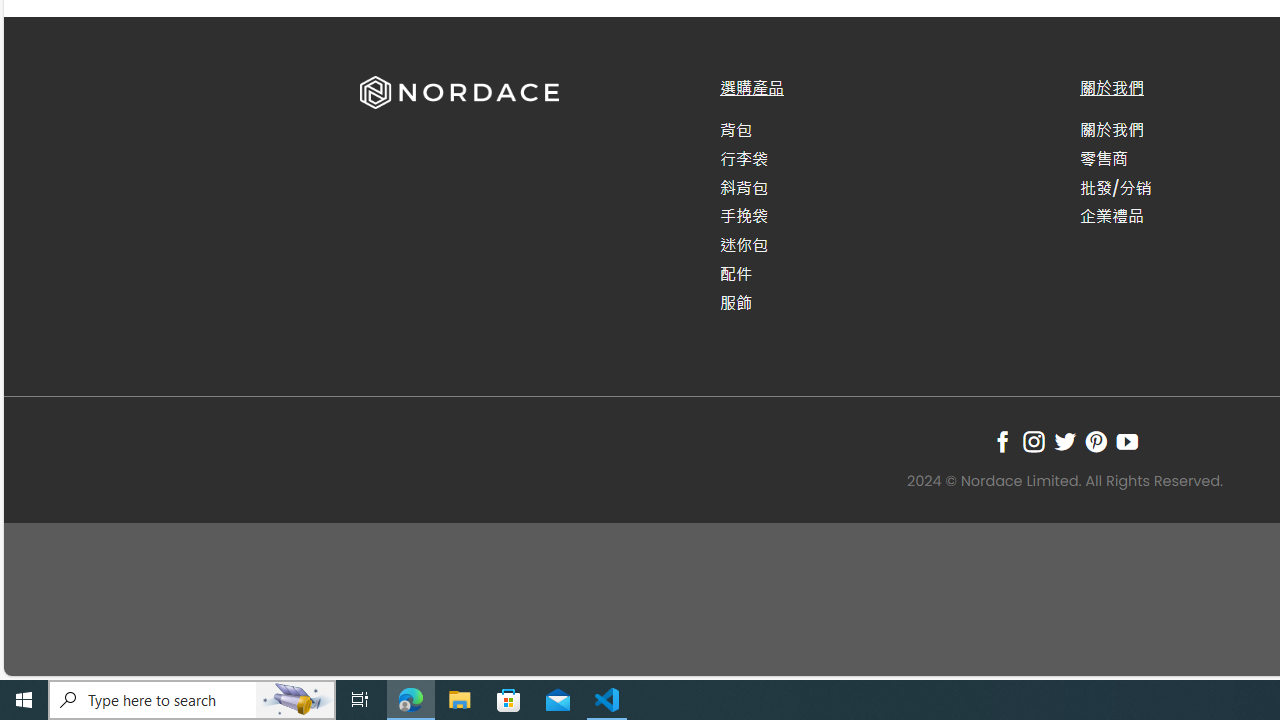 The height and width of the screenshot is (720, 1280). Describe the element at coordinates (1002, 440) in the screenshot. I see `'Follow on Facebook'` at that location.